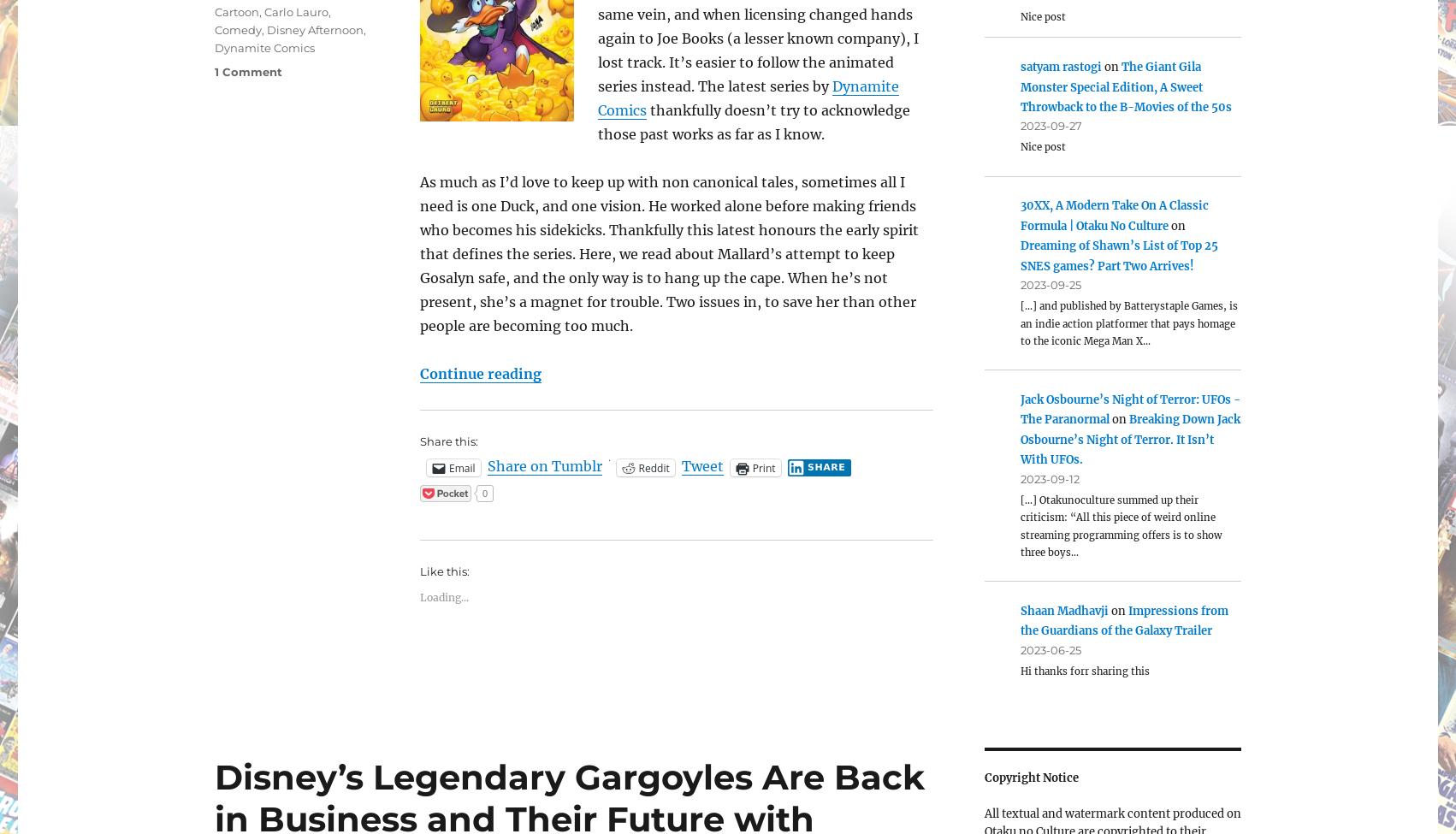 The width and height of the screenshot is (1456, 834). What do you see at coordinates (1121, 526) in the screenshot?
I see `'[…] Otakunoculture summed up their criticism: “All this piece of weird online streaming programming offers is to show three boys…'` at bounding box center [1121, 526].